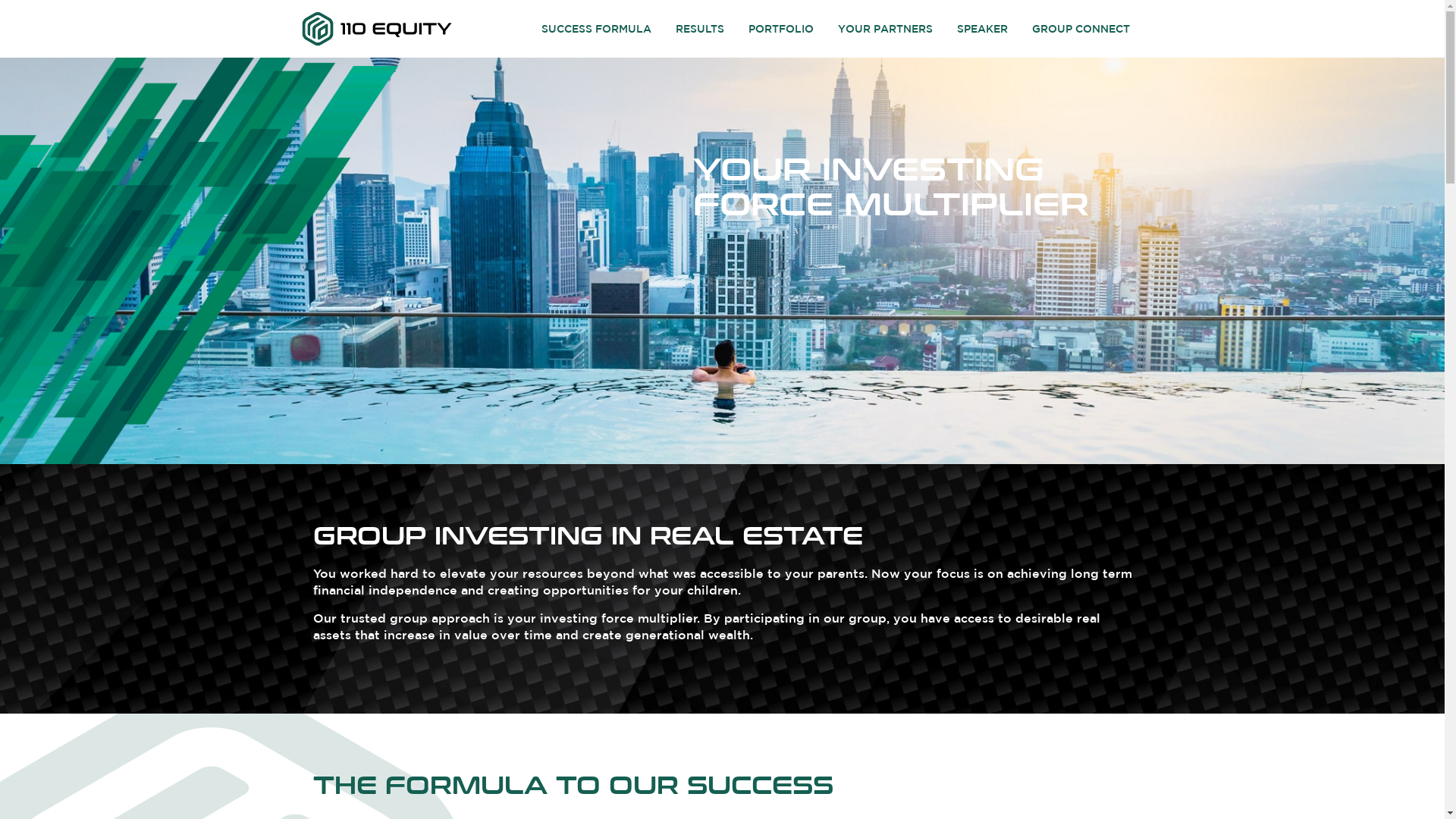  Describe the element at coordinates (531, 29) in the screenshot. I see `'SUCCESS FORMULA'` at that location.